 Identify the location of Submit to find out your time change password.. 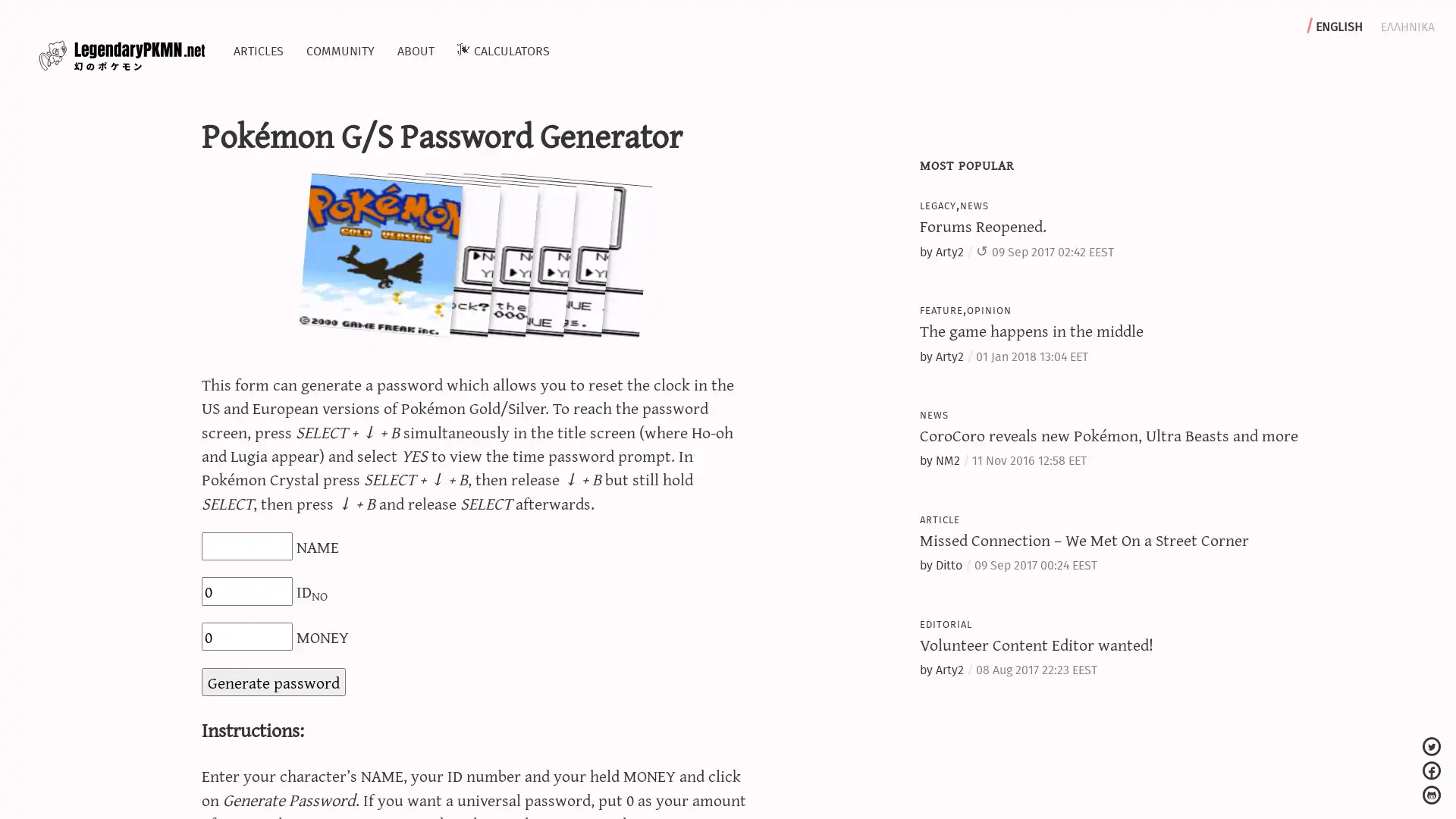
(273, 680).